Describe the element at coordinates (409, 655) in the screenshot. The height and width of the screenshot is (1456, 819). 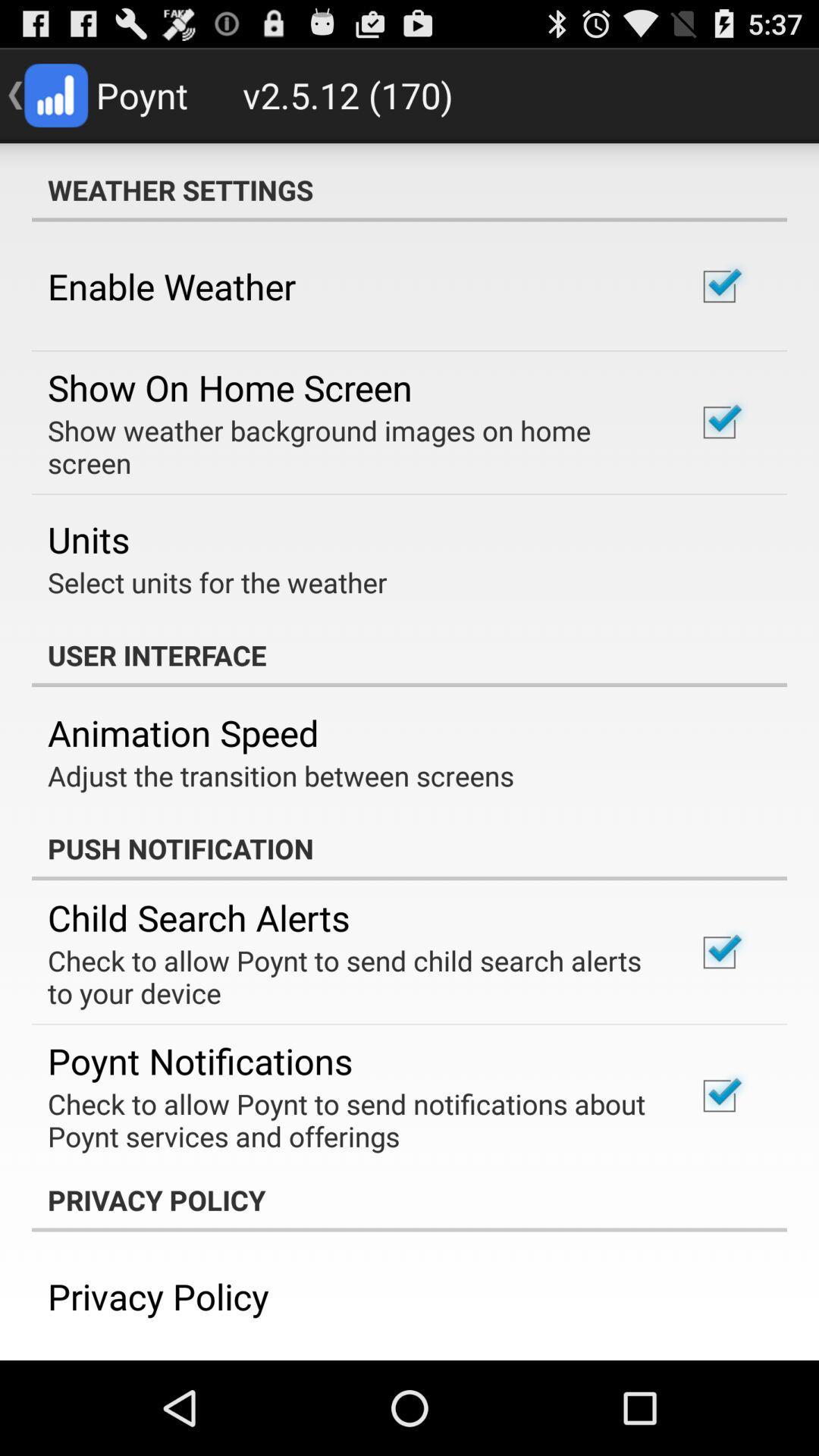
I see `the app above animation speed app` at that location.